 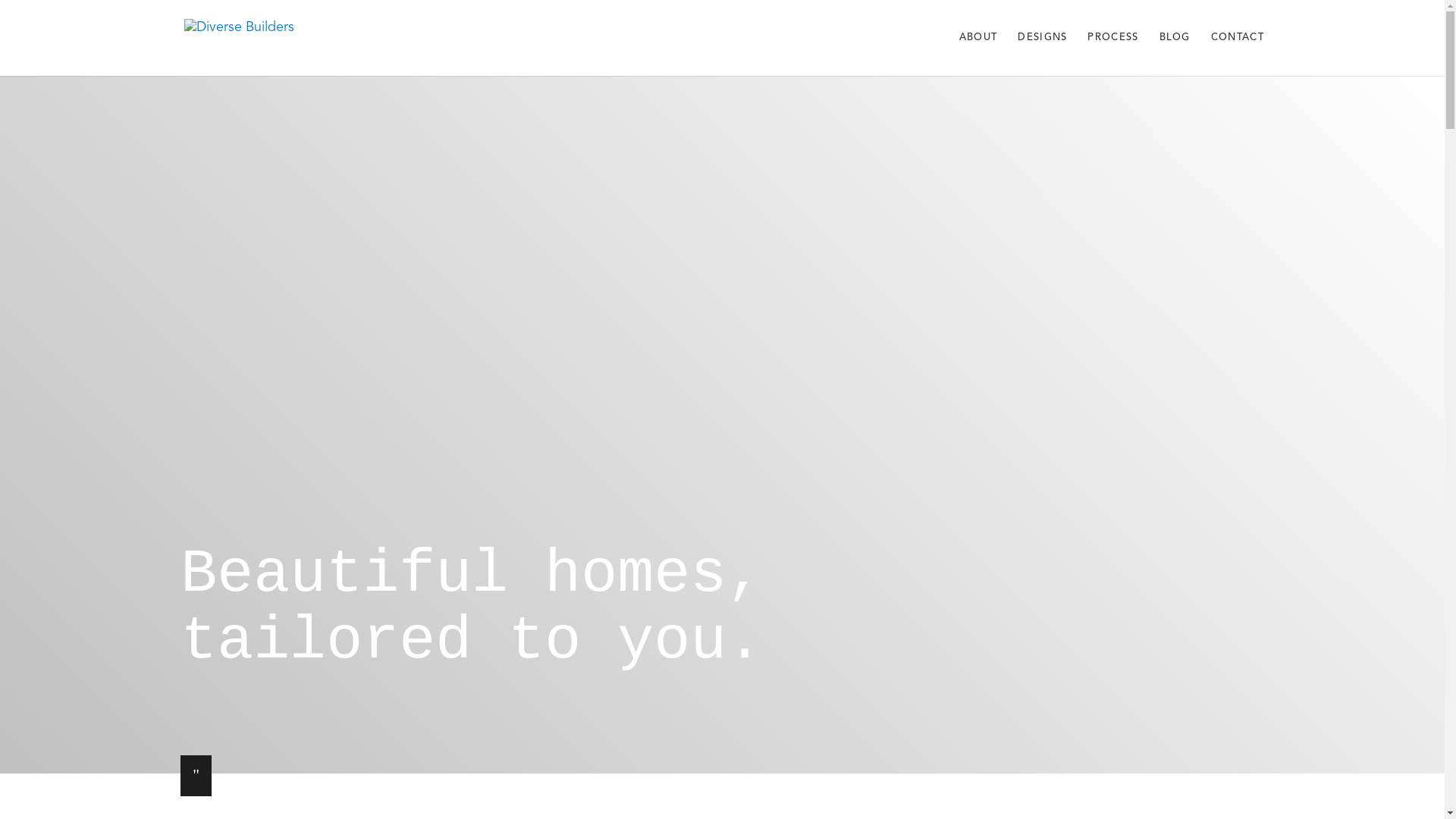 What do you see at coordinates (959, 53) in the screenshot?
I see `'ABOUT'` at bounding box center [959, 53].